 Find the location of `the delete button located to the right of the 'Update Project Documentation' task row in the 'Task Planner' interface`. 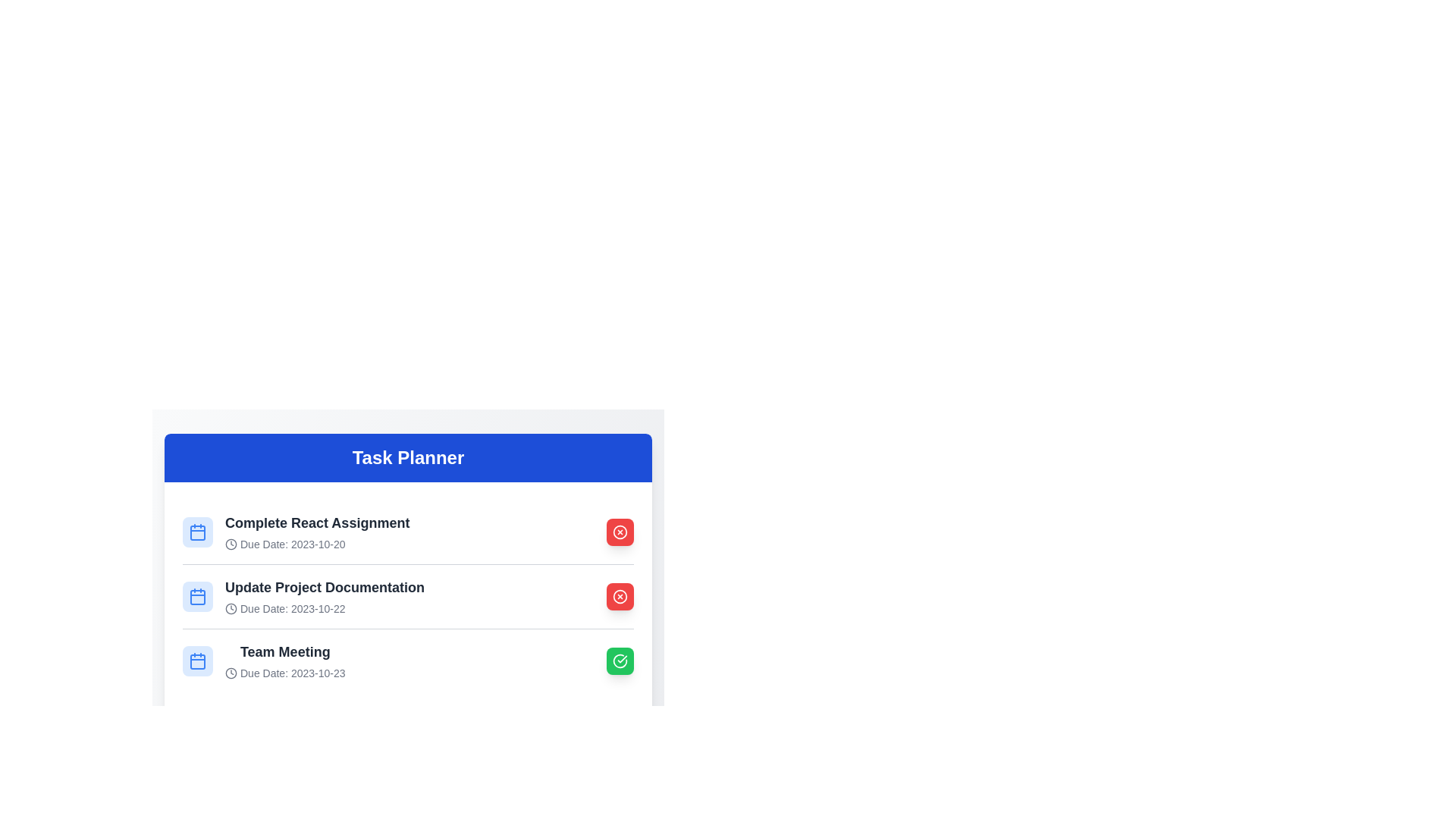

the delete button located to the right of the 'Update Project Documentation' task row in the 'Task Planner' interface is located at coordinates (620, 595).